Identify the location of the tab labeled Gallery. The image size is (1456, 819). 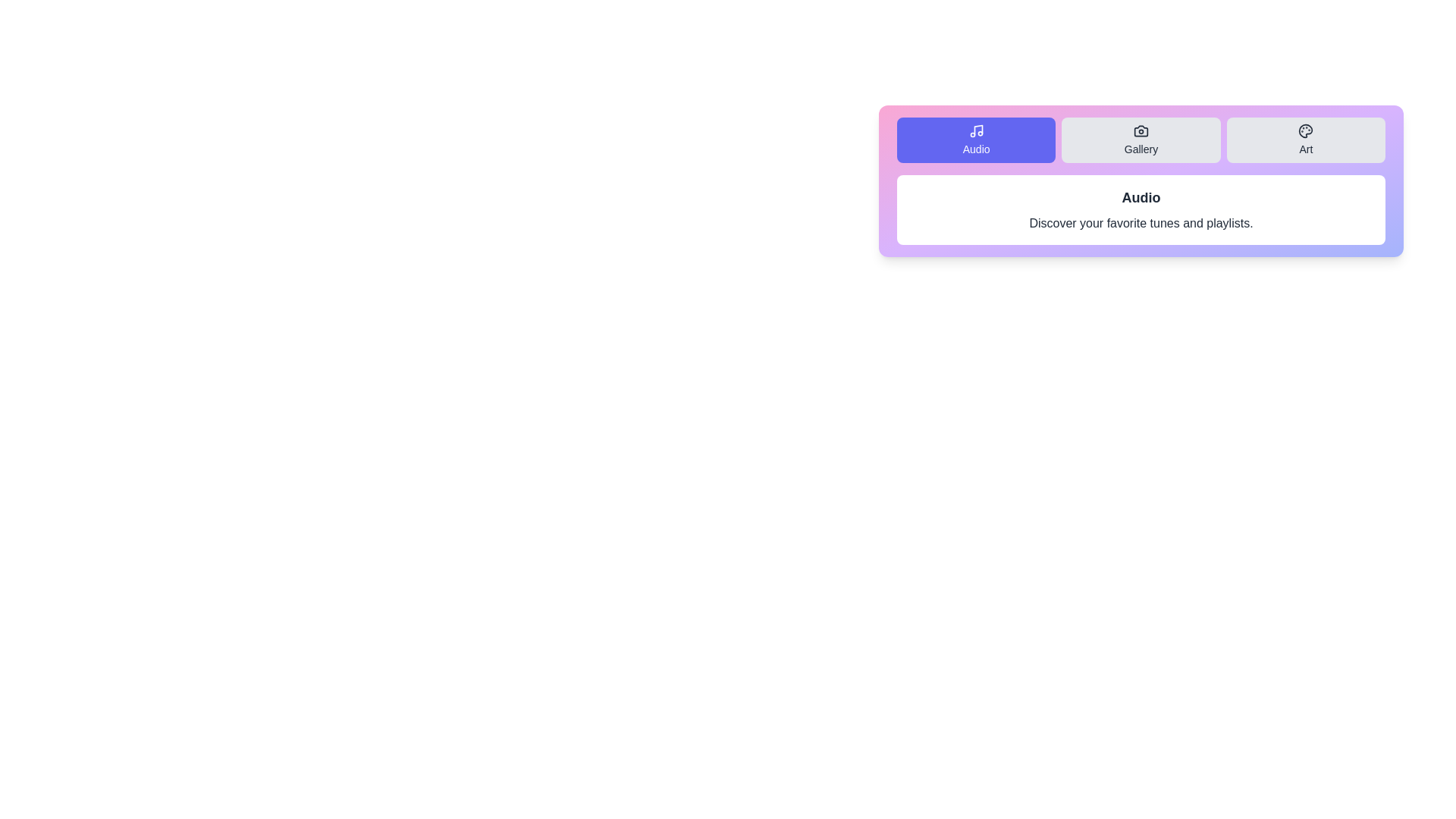
(1141, 140).